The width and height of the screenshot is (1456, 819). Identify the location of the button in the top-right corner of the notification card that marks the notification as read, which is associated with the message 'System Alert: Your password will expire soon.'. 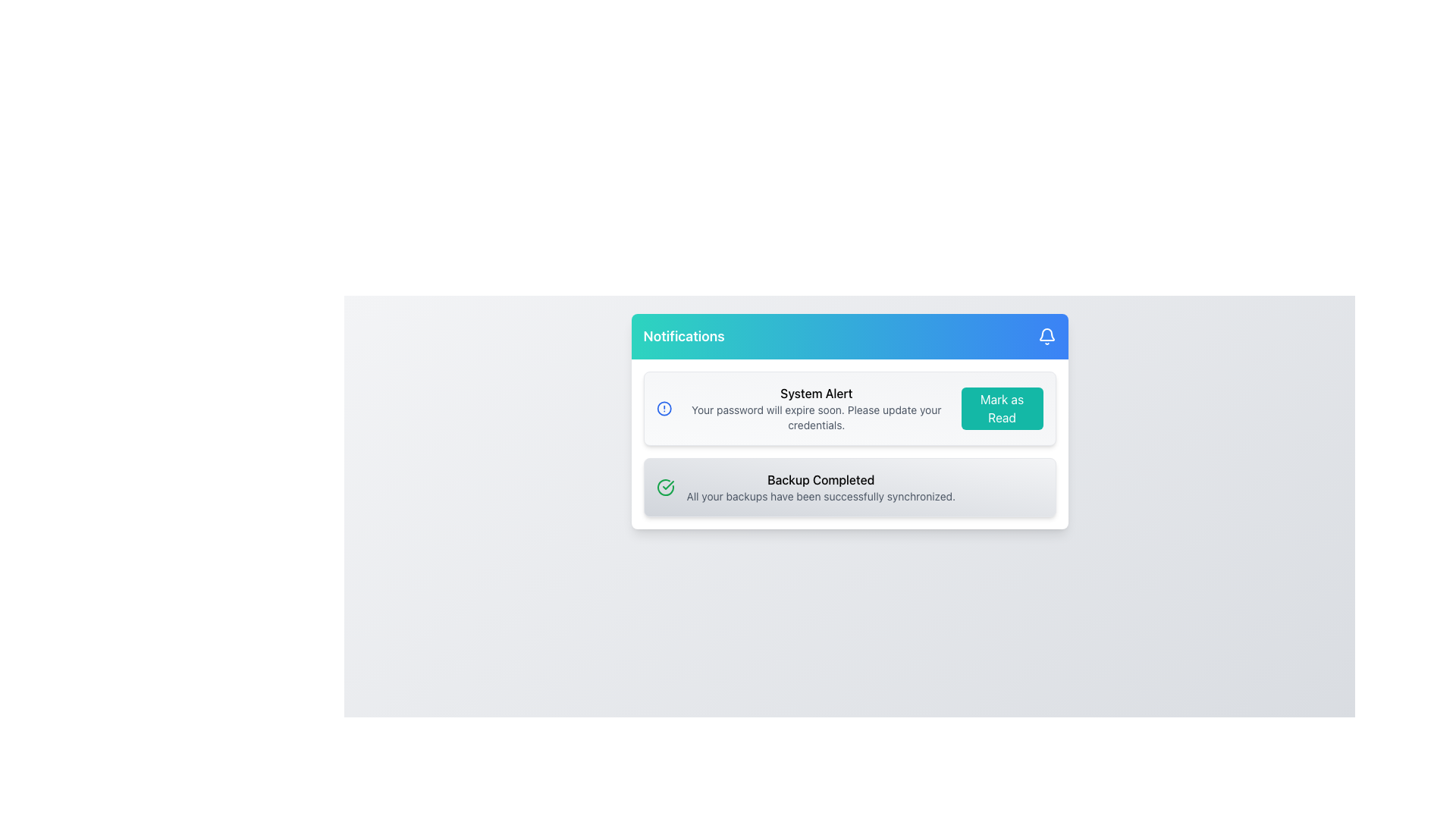
(1002, 408).